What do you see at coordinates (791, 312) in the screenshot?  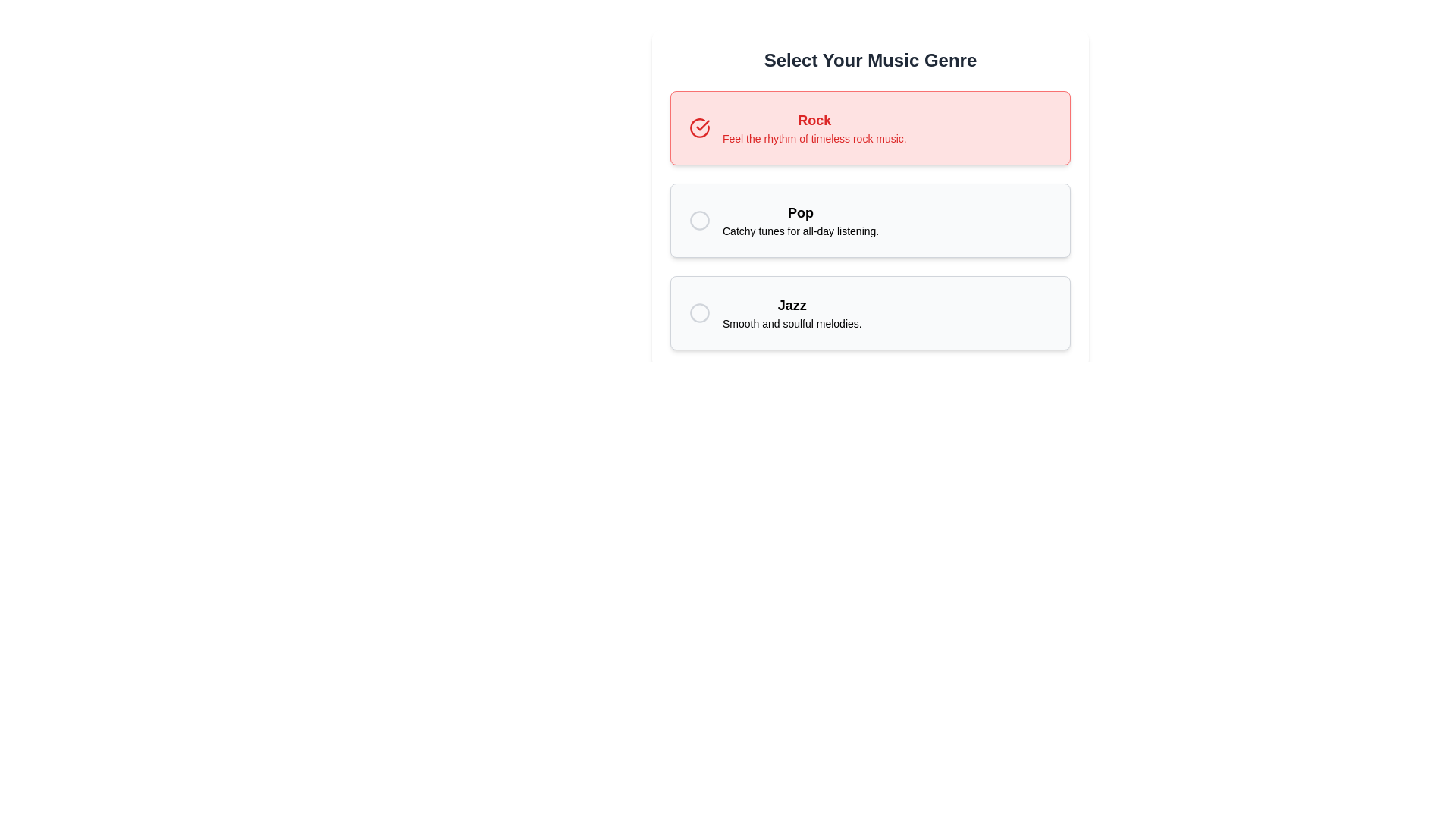 I see `the 'Jazz' text option in the bottom card of the vertical list of genres to interact with it` at bounding box center [791, 312].